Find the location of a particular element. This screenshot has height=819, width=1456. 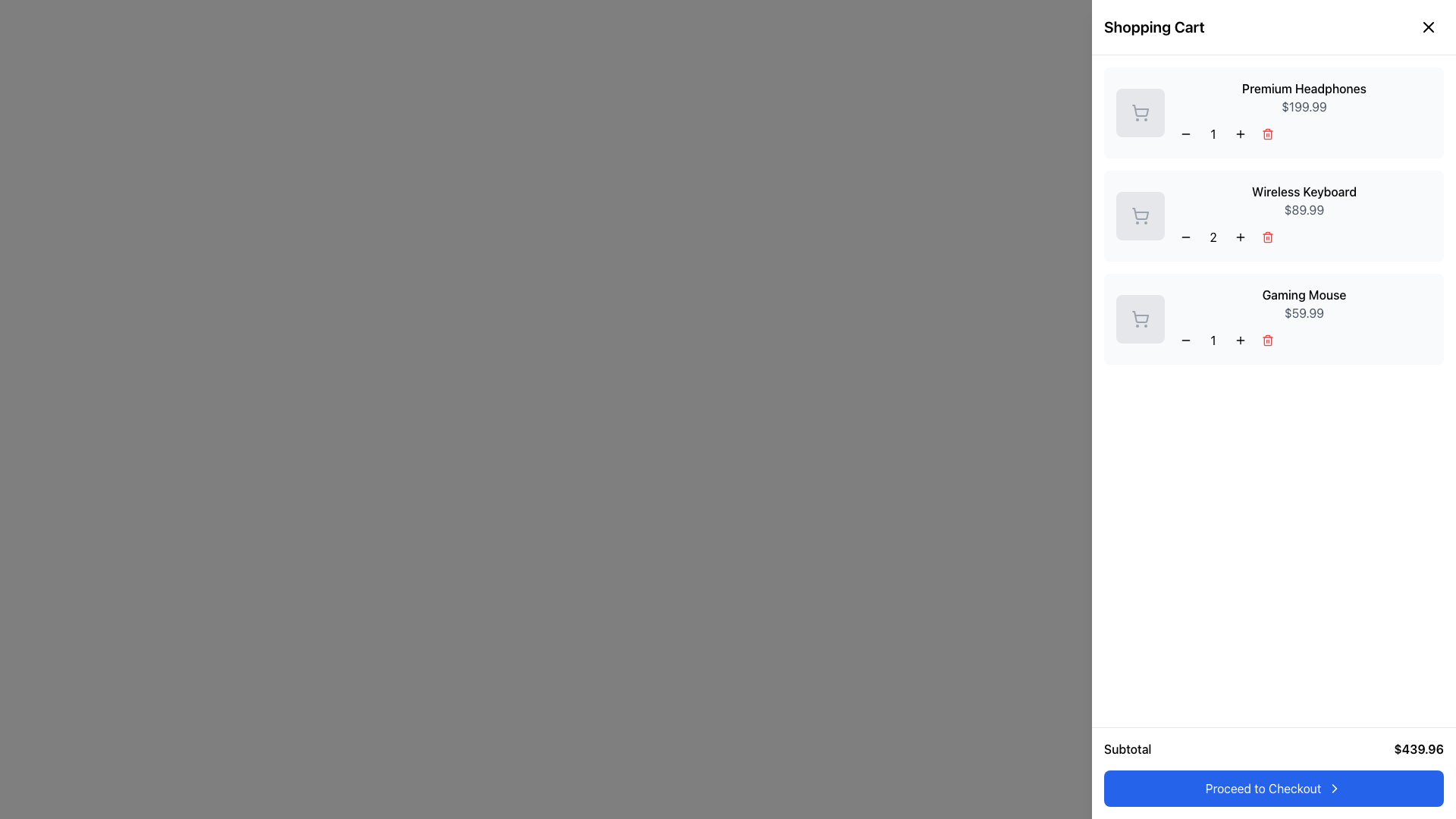

the button with a plus icon located in the shopping cart row for 'Premium Headphones' to increment the quantity of the associated item is located at coordinates (1241, 133).